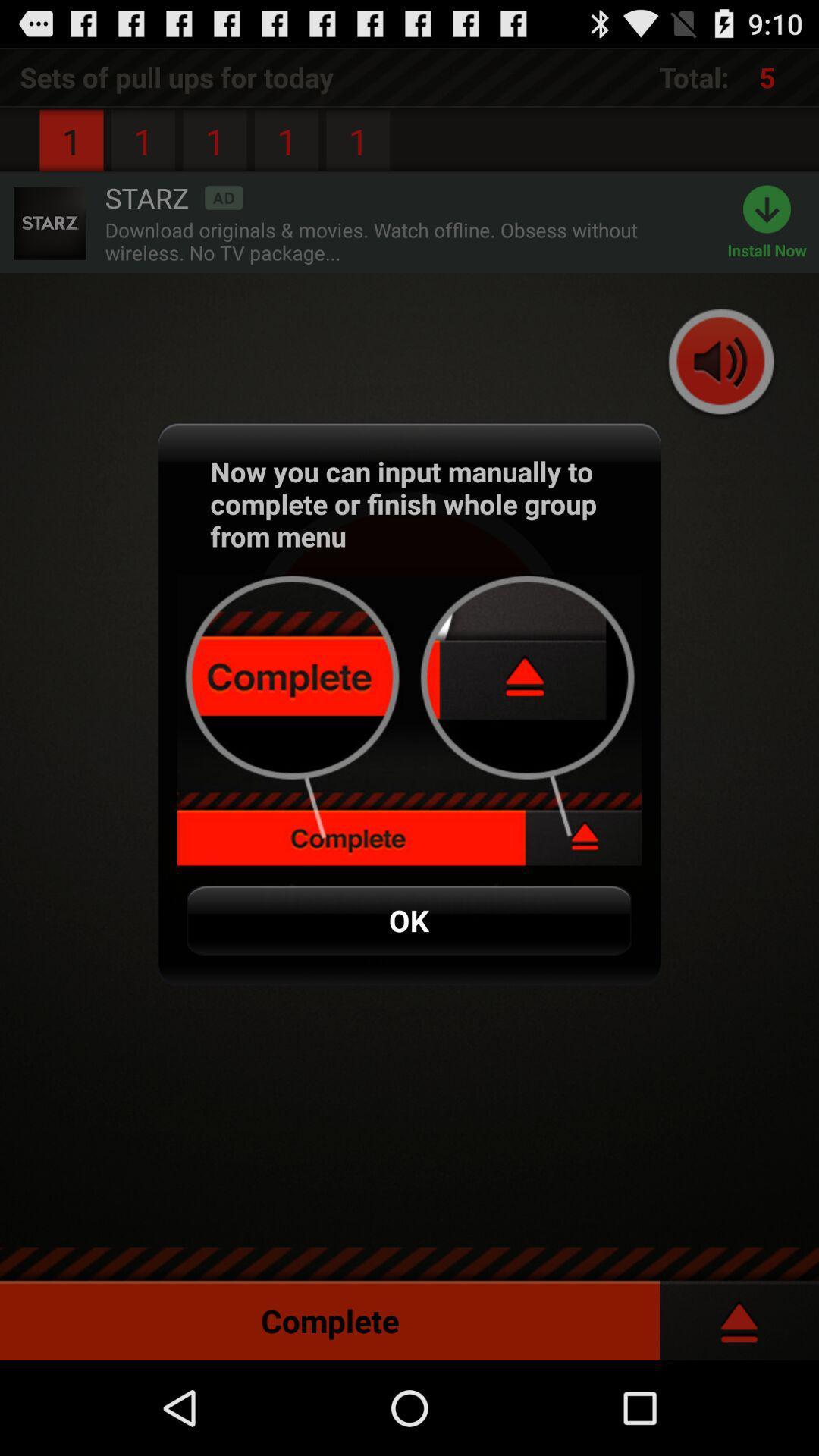  What do you see at coordinates (408, 919) in the screenshot?
I see `the ok item` at bounding box center [408, 919].